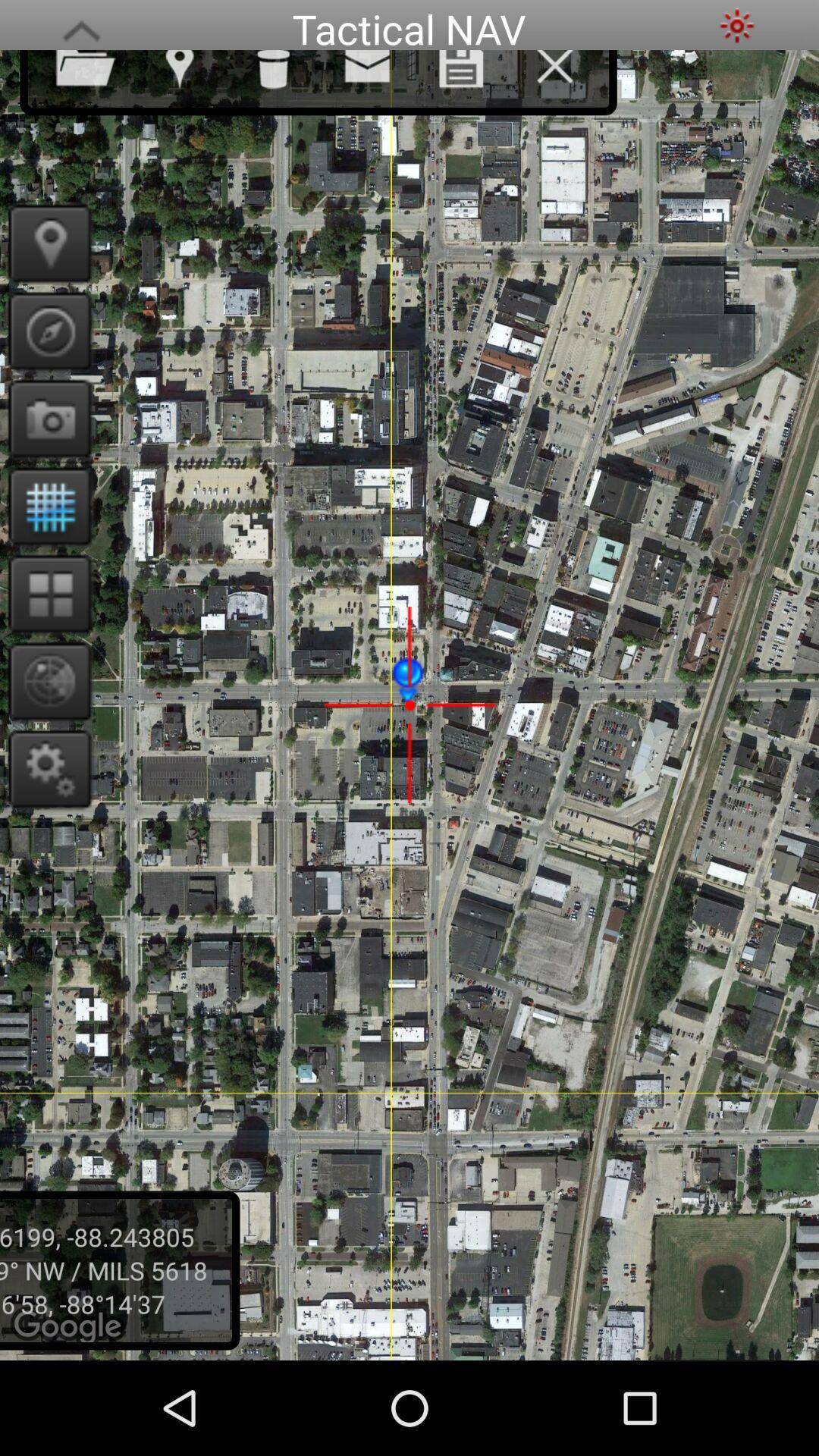  I want to click on the icon next to tactical nav app, so click(81, 25).